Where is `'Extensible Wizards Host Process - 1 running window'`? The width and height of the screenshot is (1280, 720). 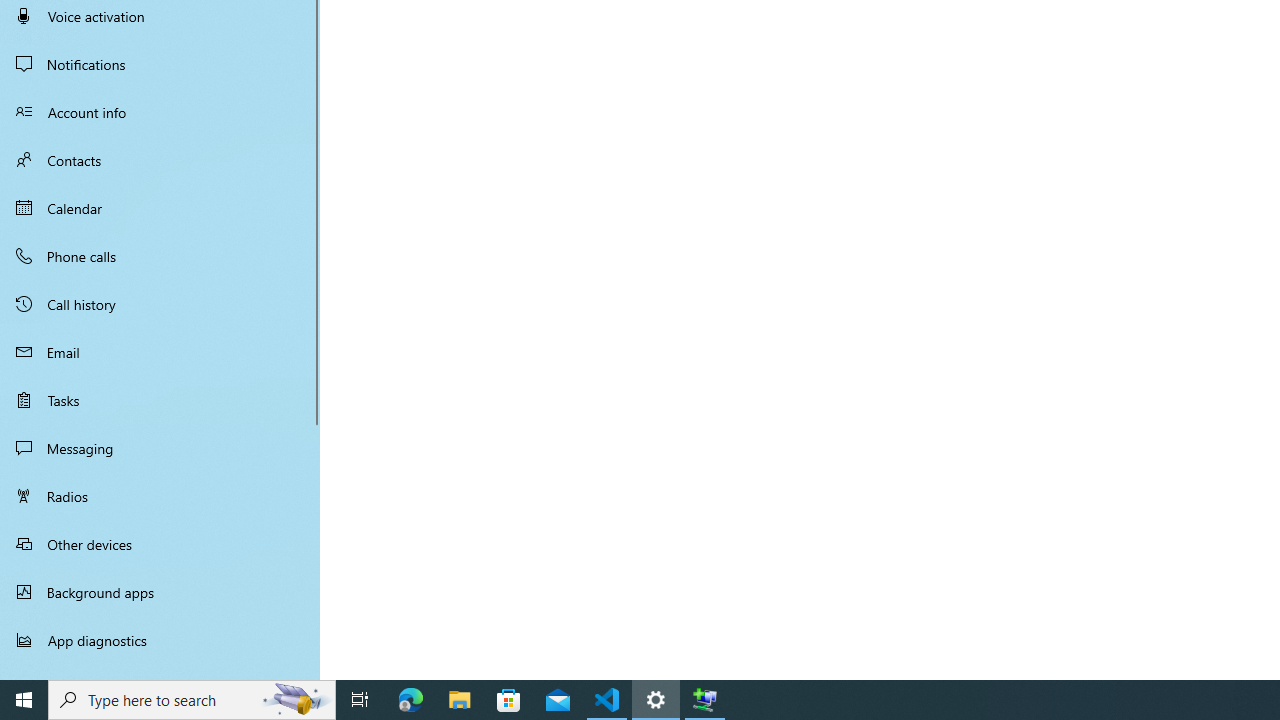 'Extensible Wizards Host Process - 1 running window' is located at coordinates (705, 698).